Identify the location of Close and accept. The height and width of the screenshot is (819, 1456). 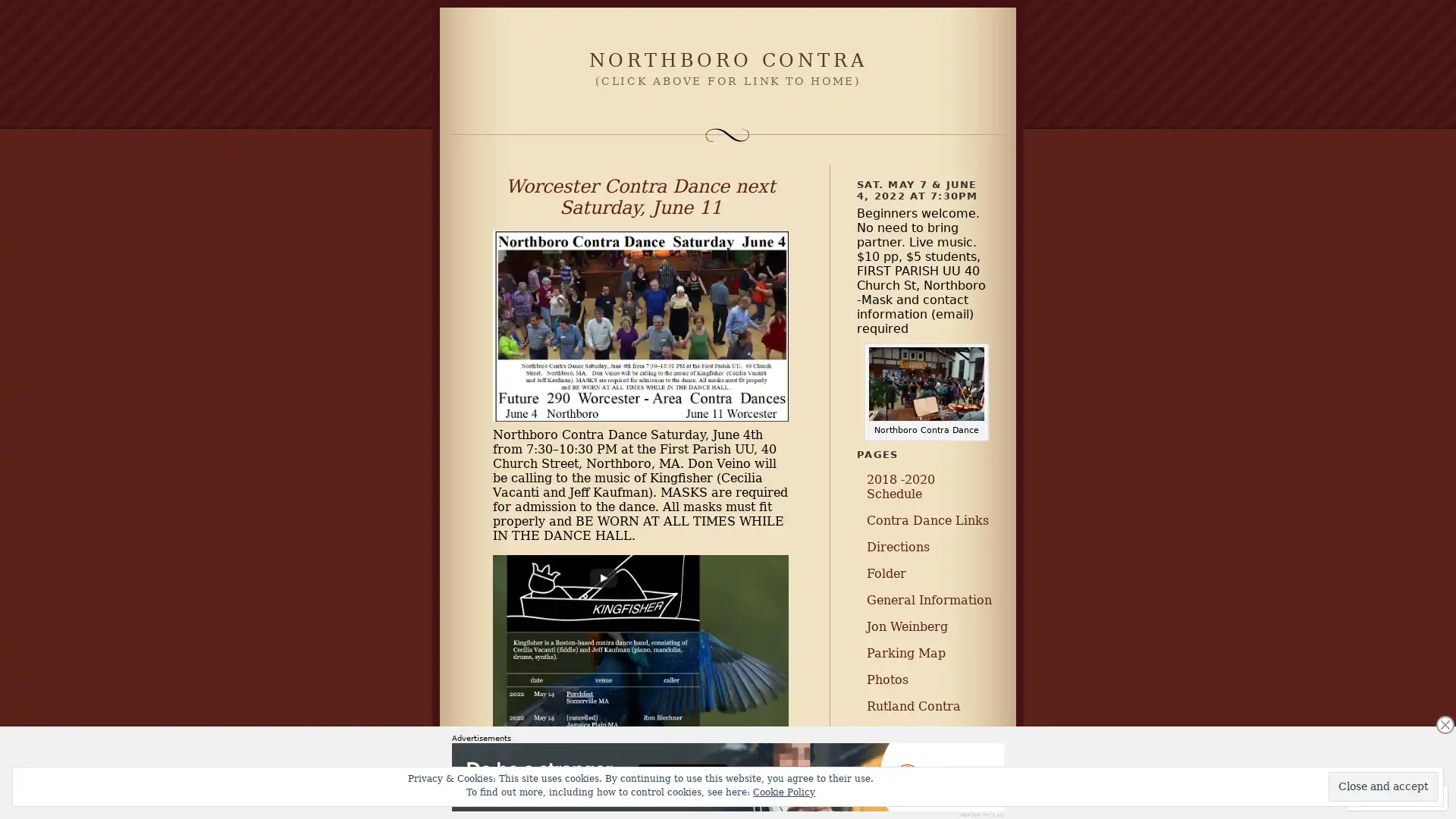
(1383, 786).